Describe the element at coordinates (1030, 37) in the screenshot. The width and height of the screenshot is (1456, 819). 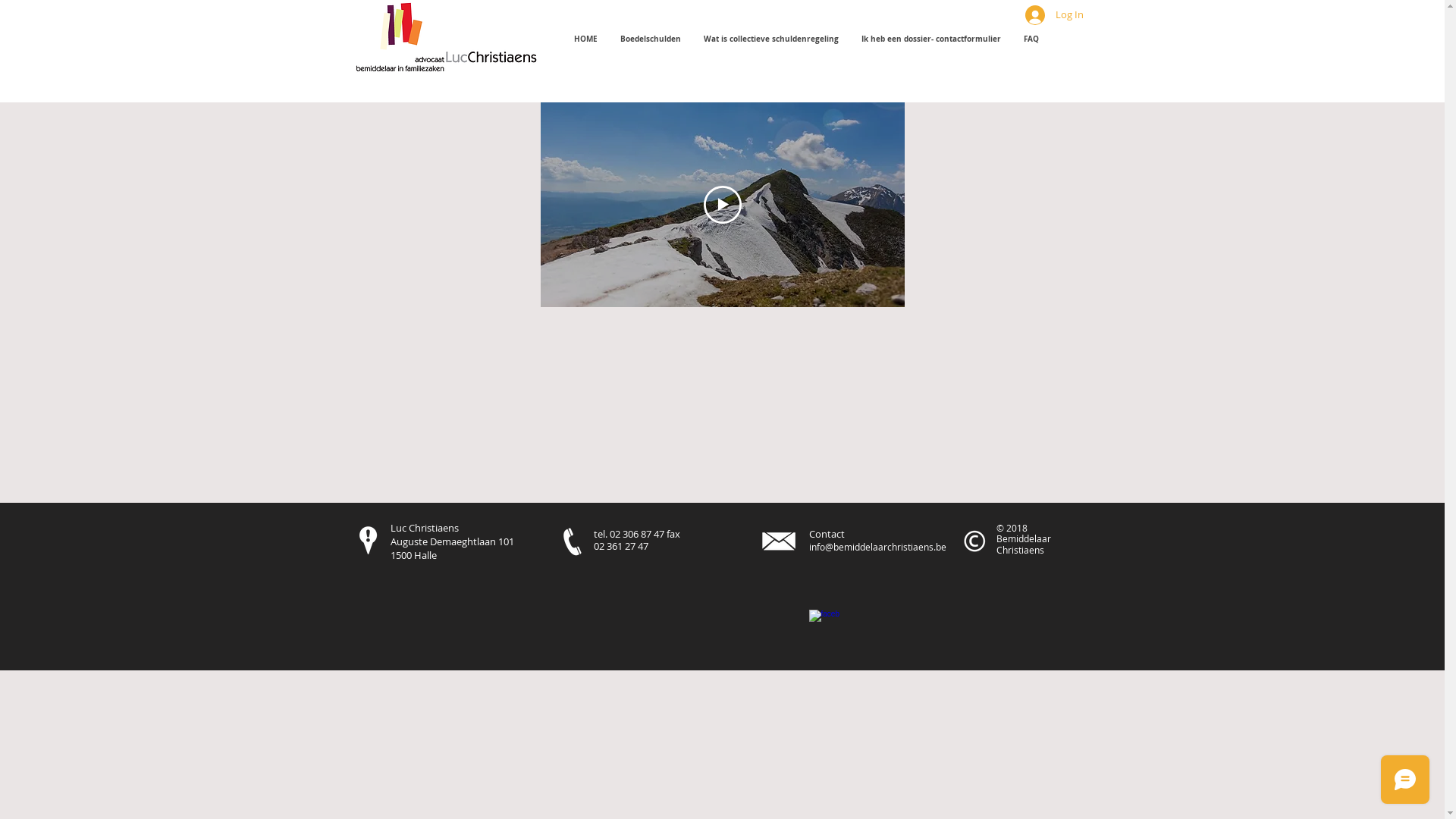
I see `'FAQ'` at that location.